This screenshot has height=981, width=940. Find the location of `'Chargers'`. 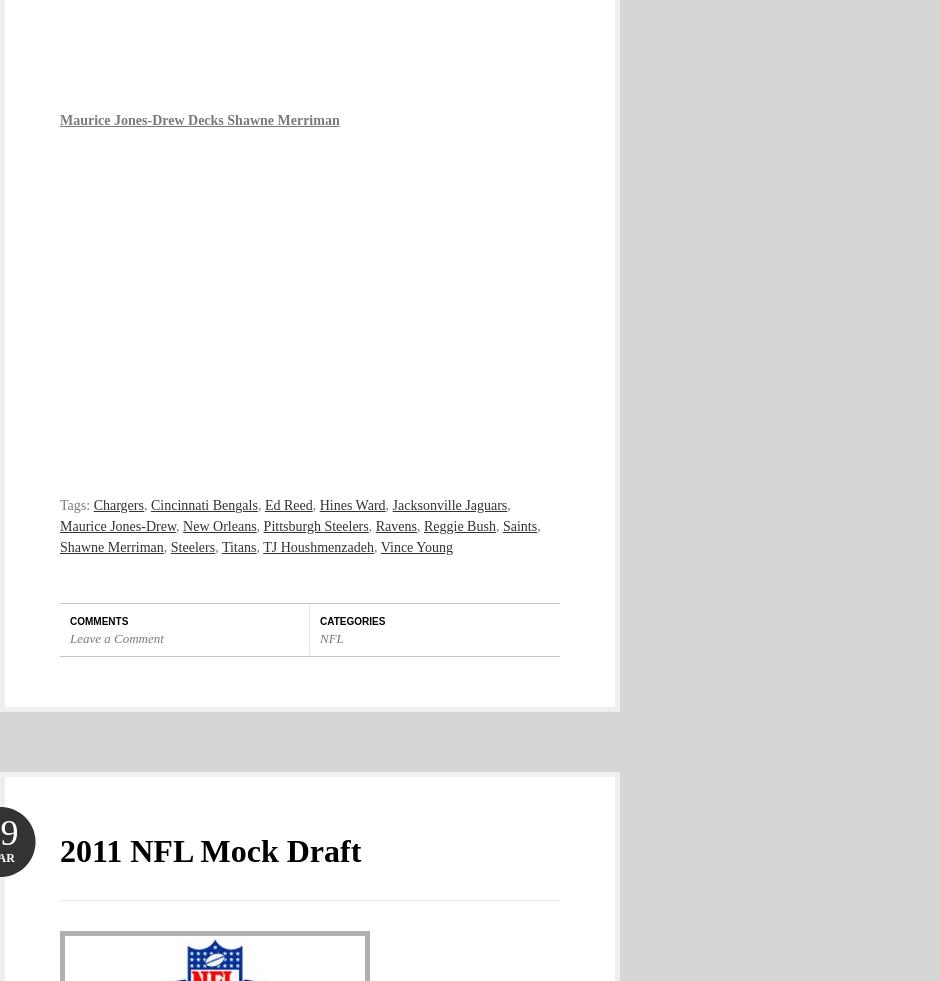

'Chargers' is located at coordinates (117, 504).